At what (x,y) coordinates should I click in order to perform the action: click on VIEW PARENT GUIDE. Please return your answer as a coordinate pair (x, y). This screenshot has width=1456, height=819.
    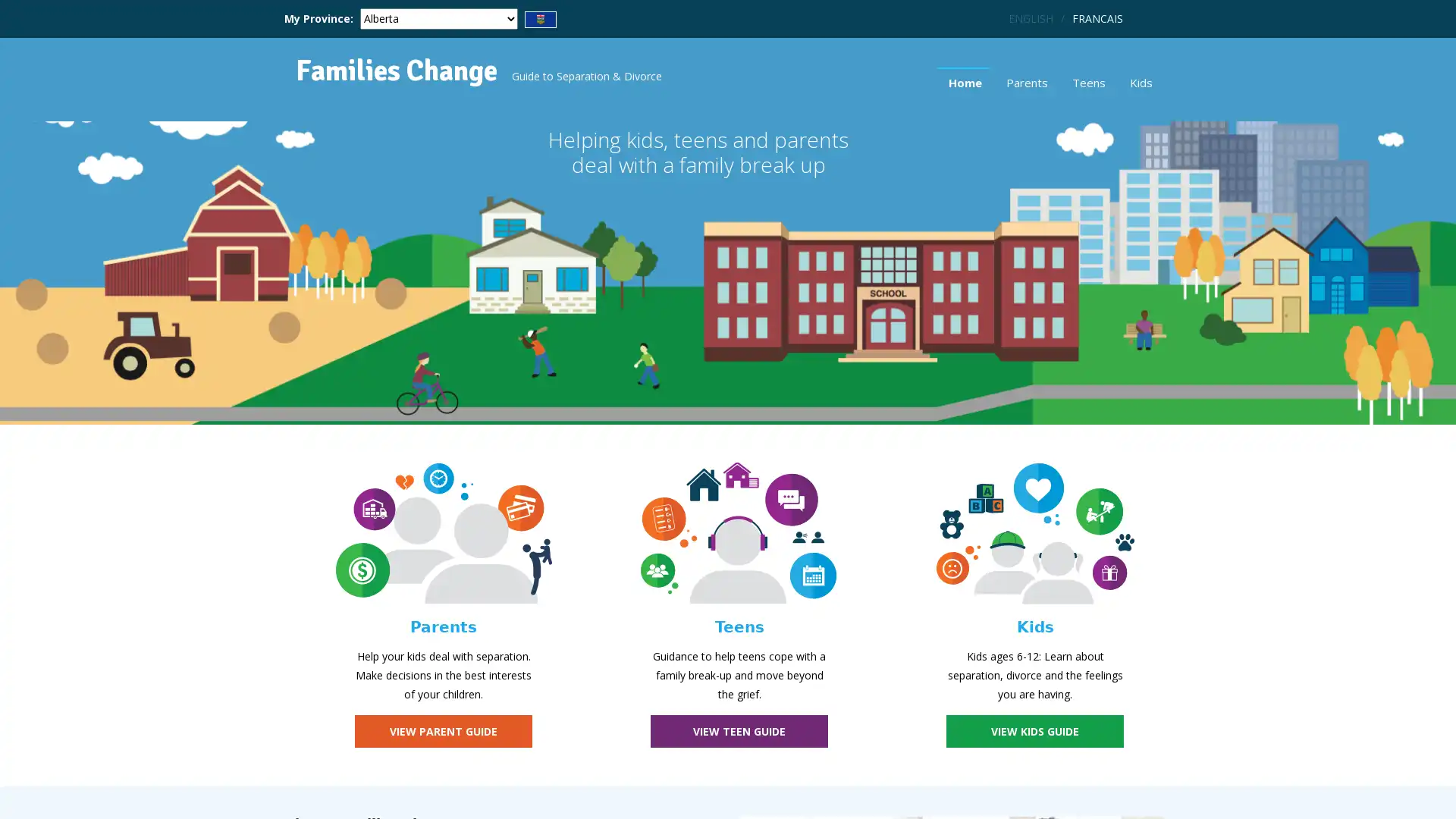
    Looking at the image, I should click on (443, 730).